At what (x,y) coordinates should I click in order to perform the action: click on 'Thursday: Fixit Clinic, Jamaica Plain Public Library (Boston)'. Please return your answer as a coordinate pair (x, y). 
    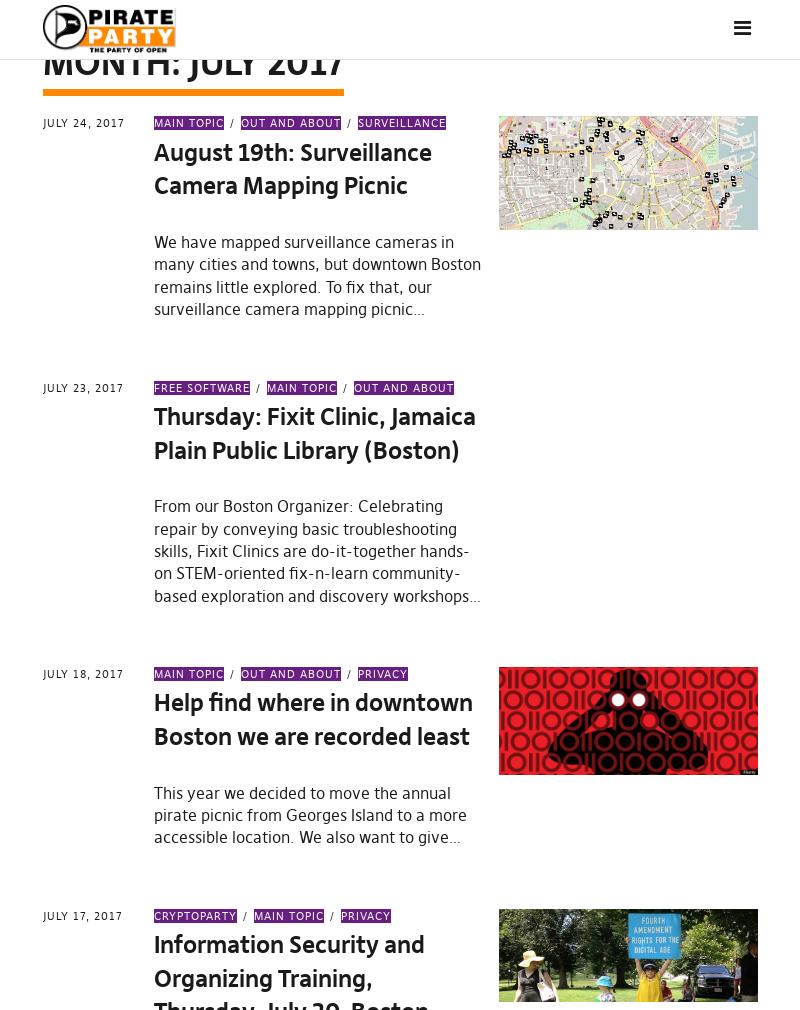
    Looking at the image, I should click on (154, 432).